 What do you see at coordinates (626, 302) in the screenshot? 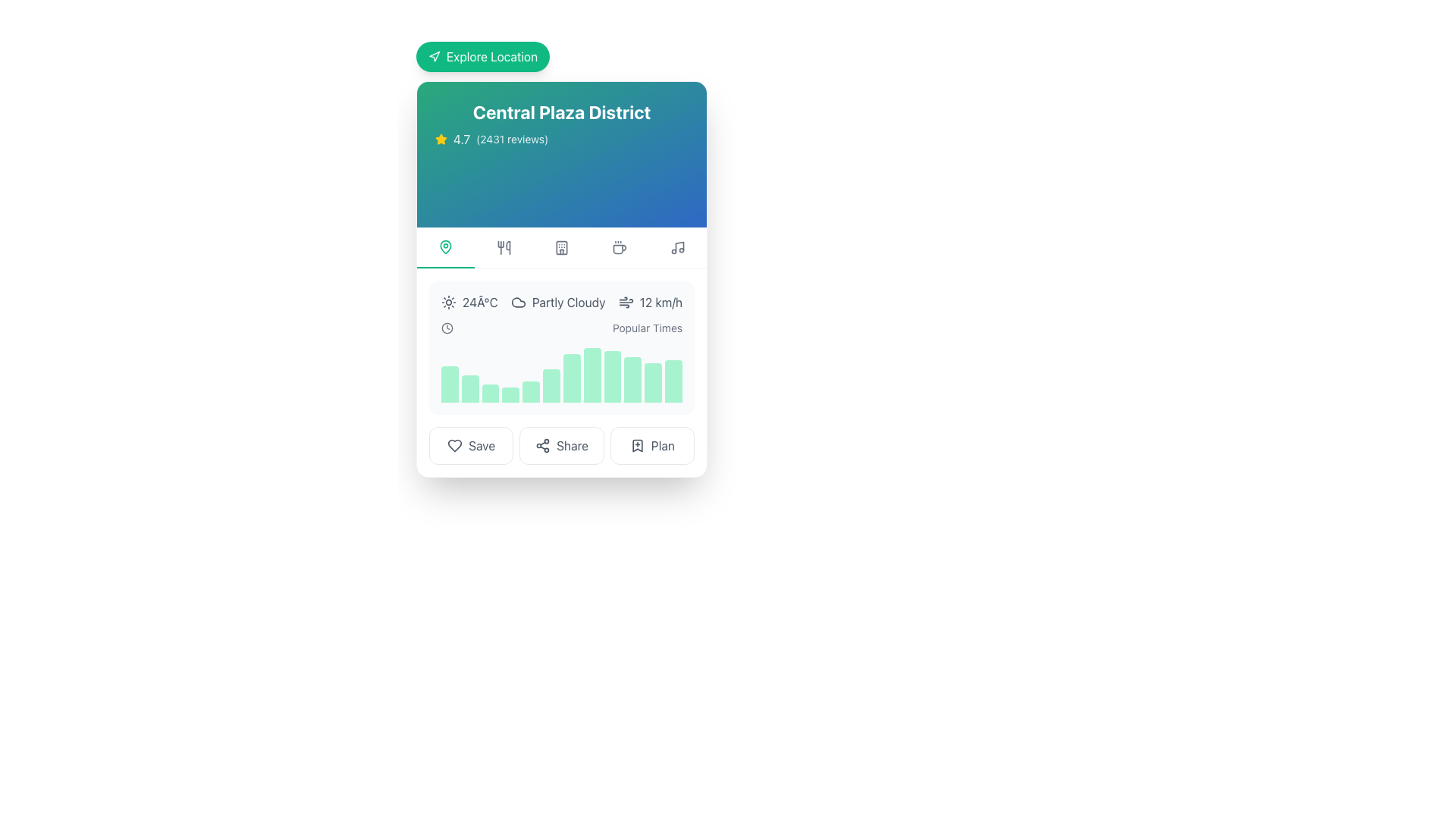
I see `the wind speed icon located` at bounding box center [626, 302].